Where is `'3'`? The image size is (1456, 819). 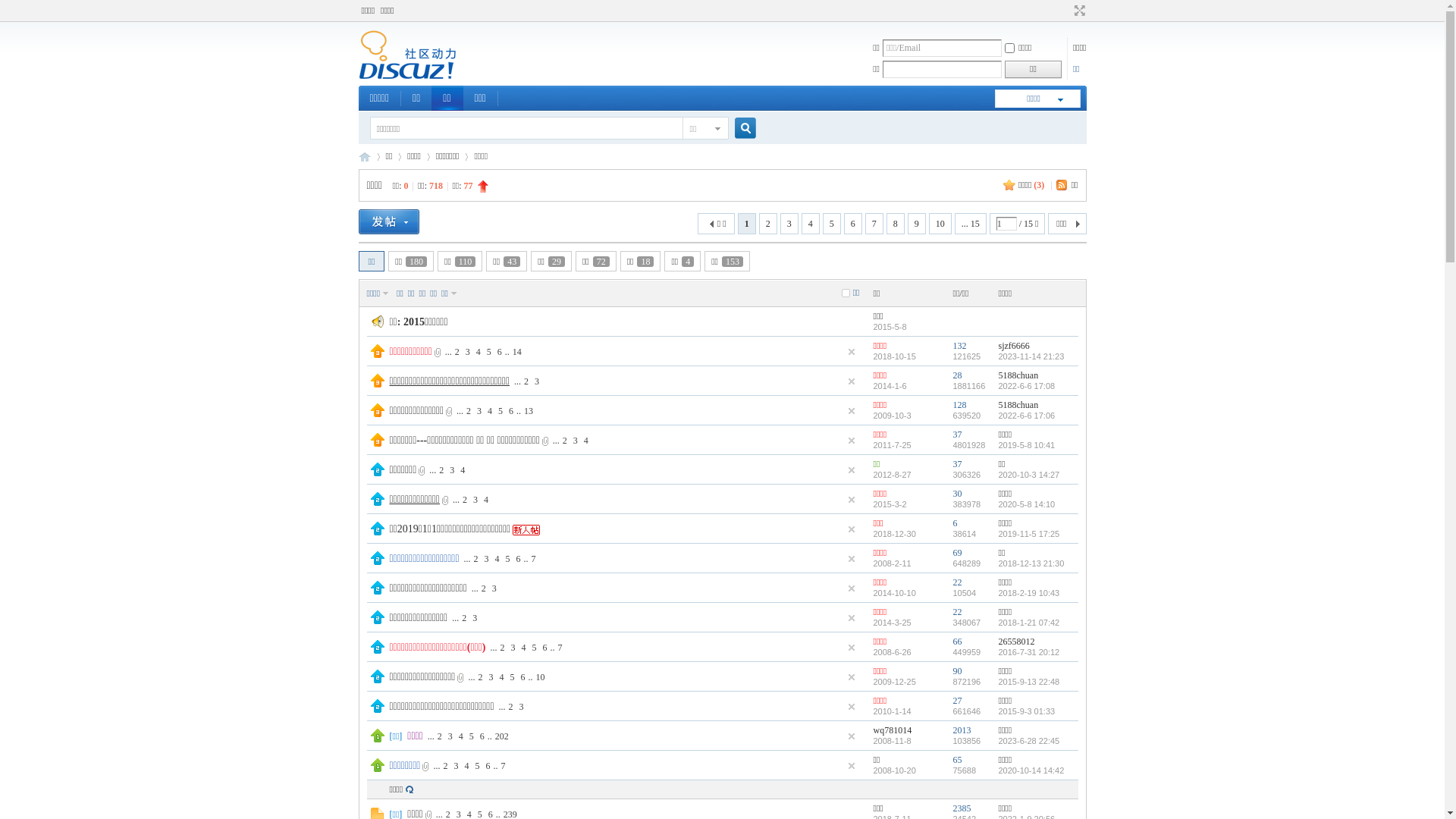 '3' is located at coordinates (513, 646).